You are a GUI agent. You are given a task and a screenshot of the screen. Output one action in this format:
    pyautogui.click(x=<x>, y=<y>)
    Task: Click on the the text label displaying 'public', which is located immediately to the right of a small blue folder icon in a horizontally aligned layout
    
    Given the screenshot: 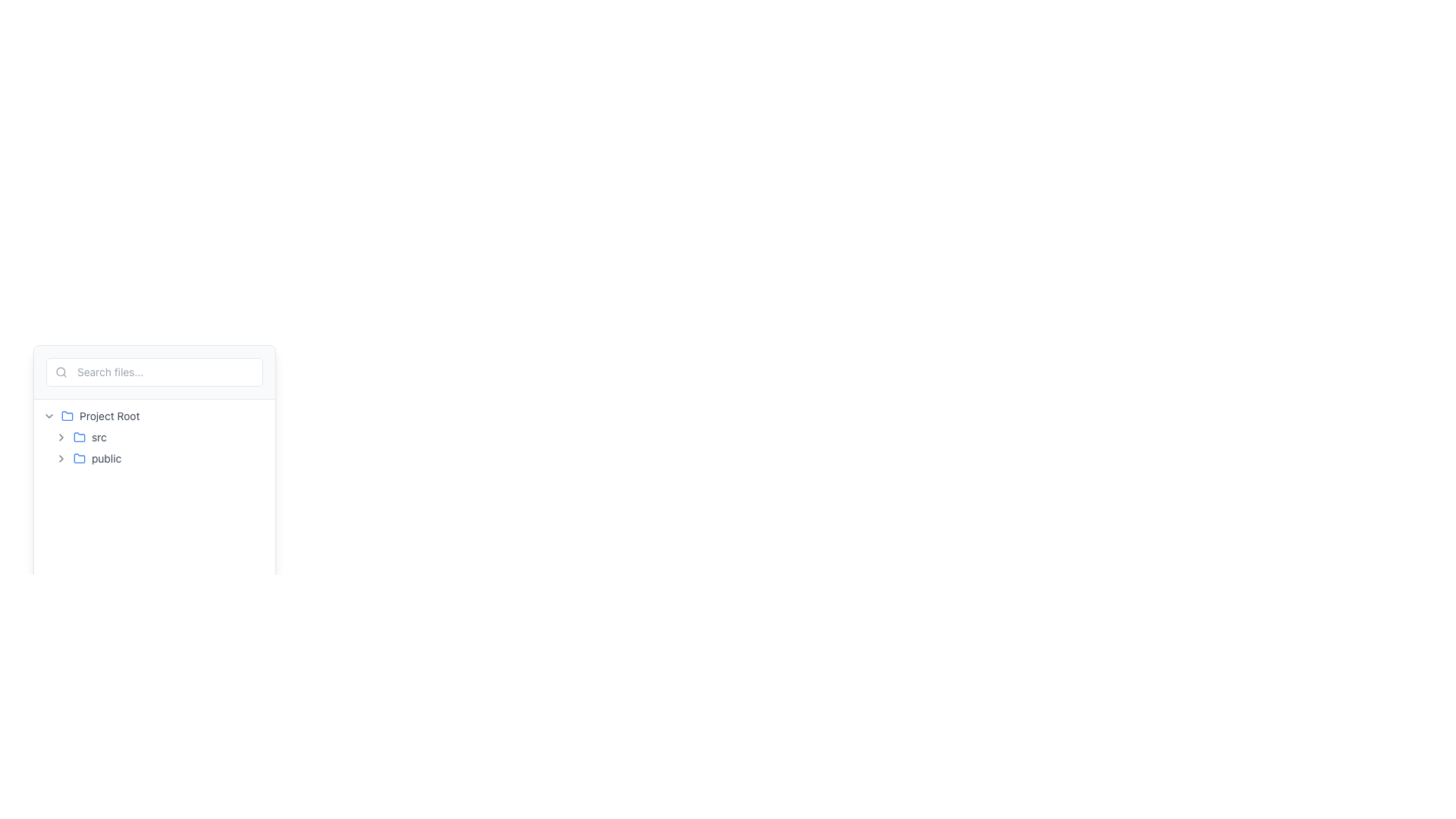 What is the action you would take?
    pyautogui.click(x=87, y=458)
    